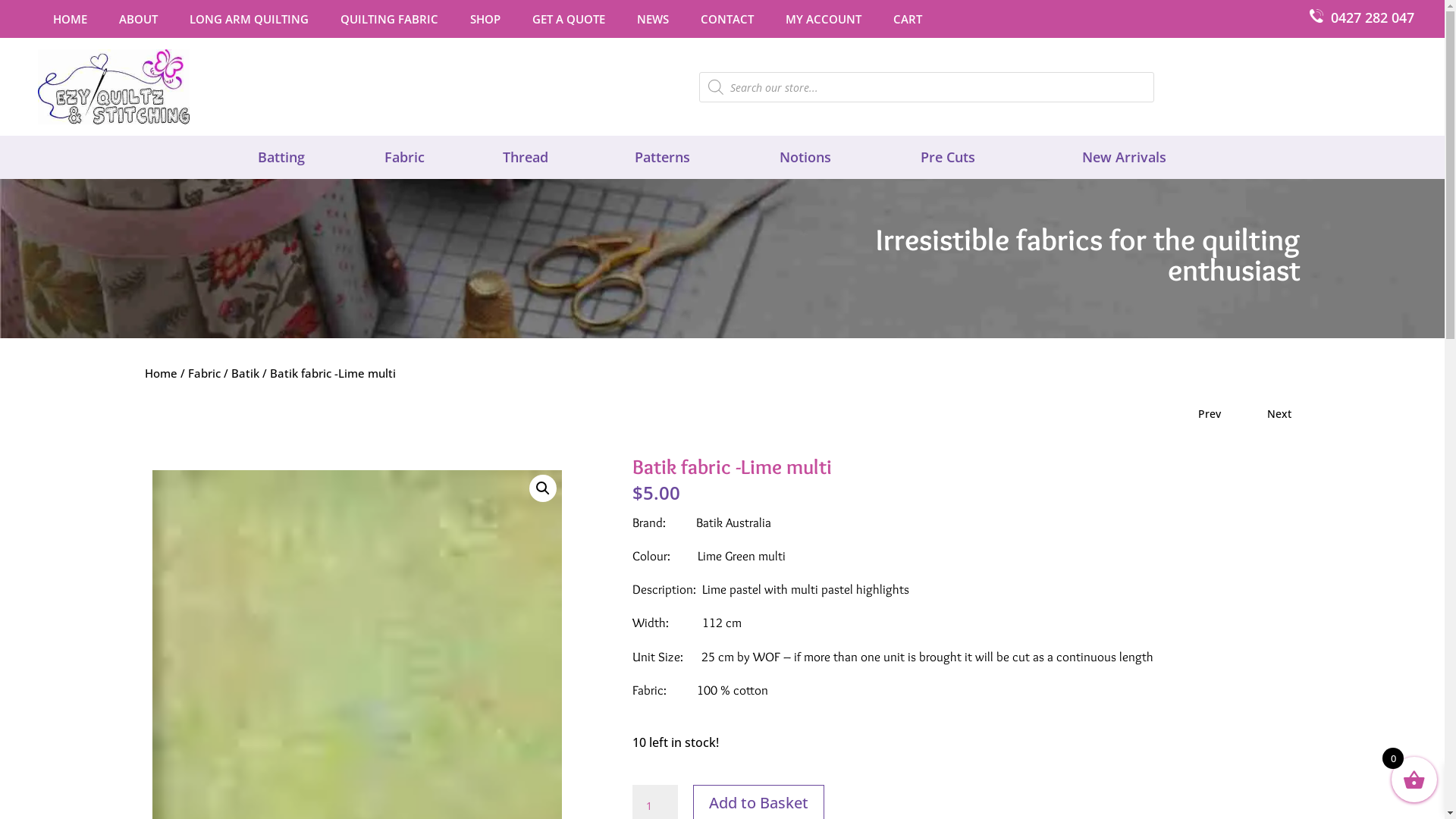  Describe the element at coordinates (946, 157) in the screenshot. I see `'Pre Cuts'` at that location.